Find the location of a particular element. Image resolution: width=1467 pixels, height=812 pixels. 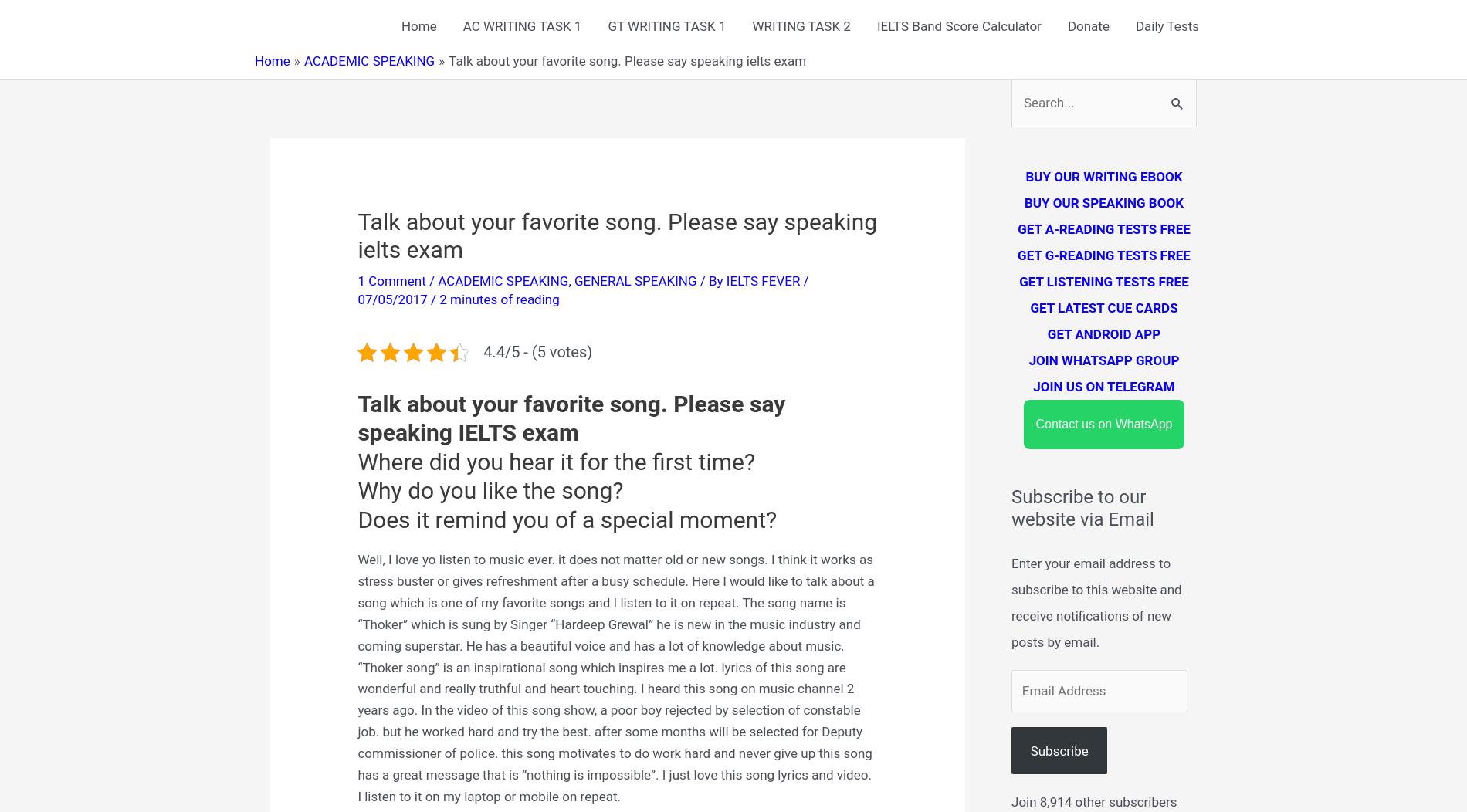

'GET A-READING TESTS FREE' is located at coordinates (1103, 228).